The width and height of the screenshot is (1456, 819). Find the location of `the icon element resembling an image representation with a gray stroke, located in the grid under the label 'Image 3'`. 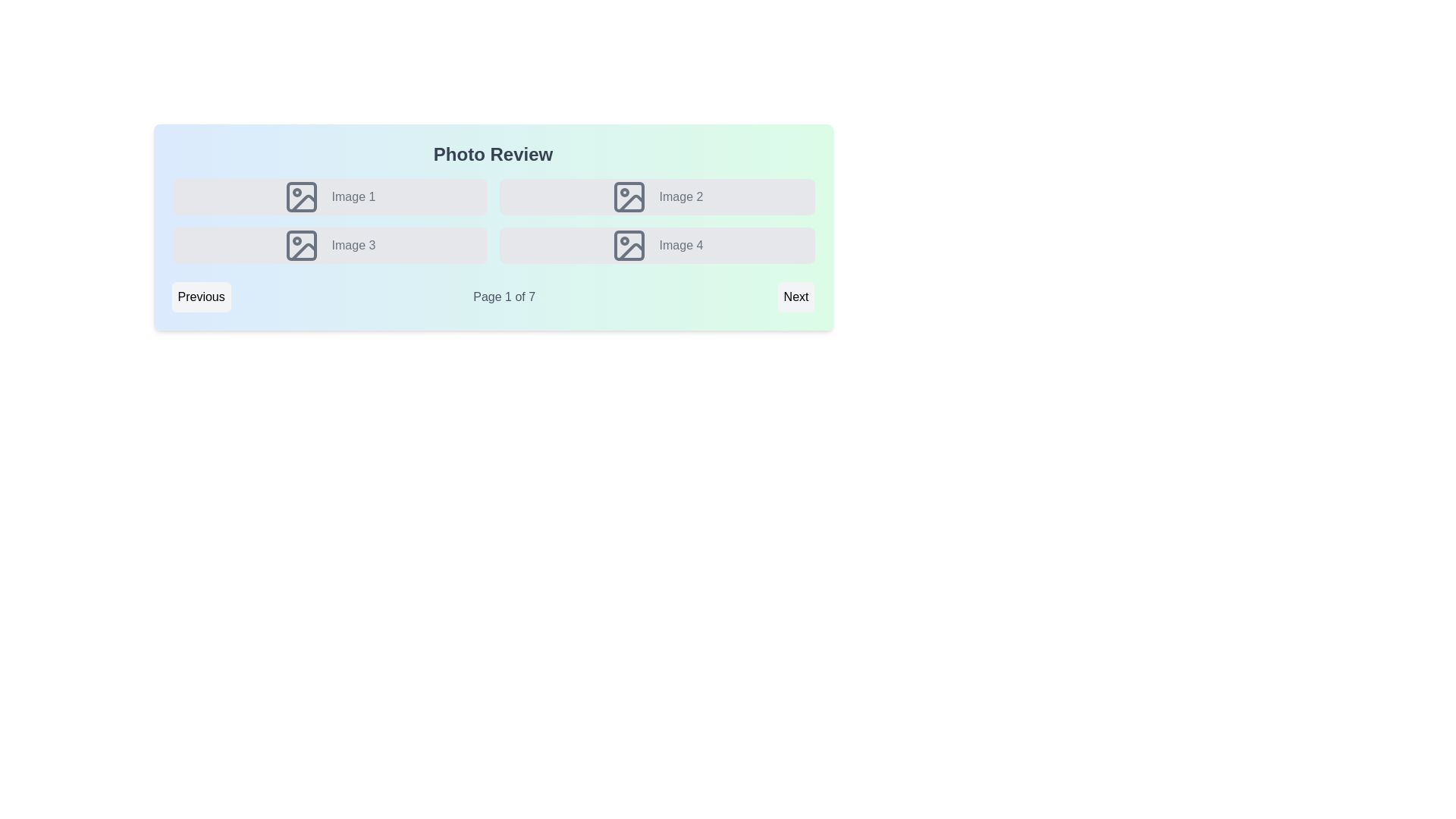

the icon element resembling an image representation with a gray stroke, located in the grid under the label 'Image 3' is located at coordinates (301, 245).